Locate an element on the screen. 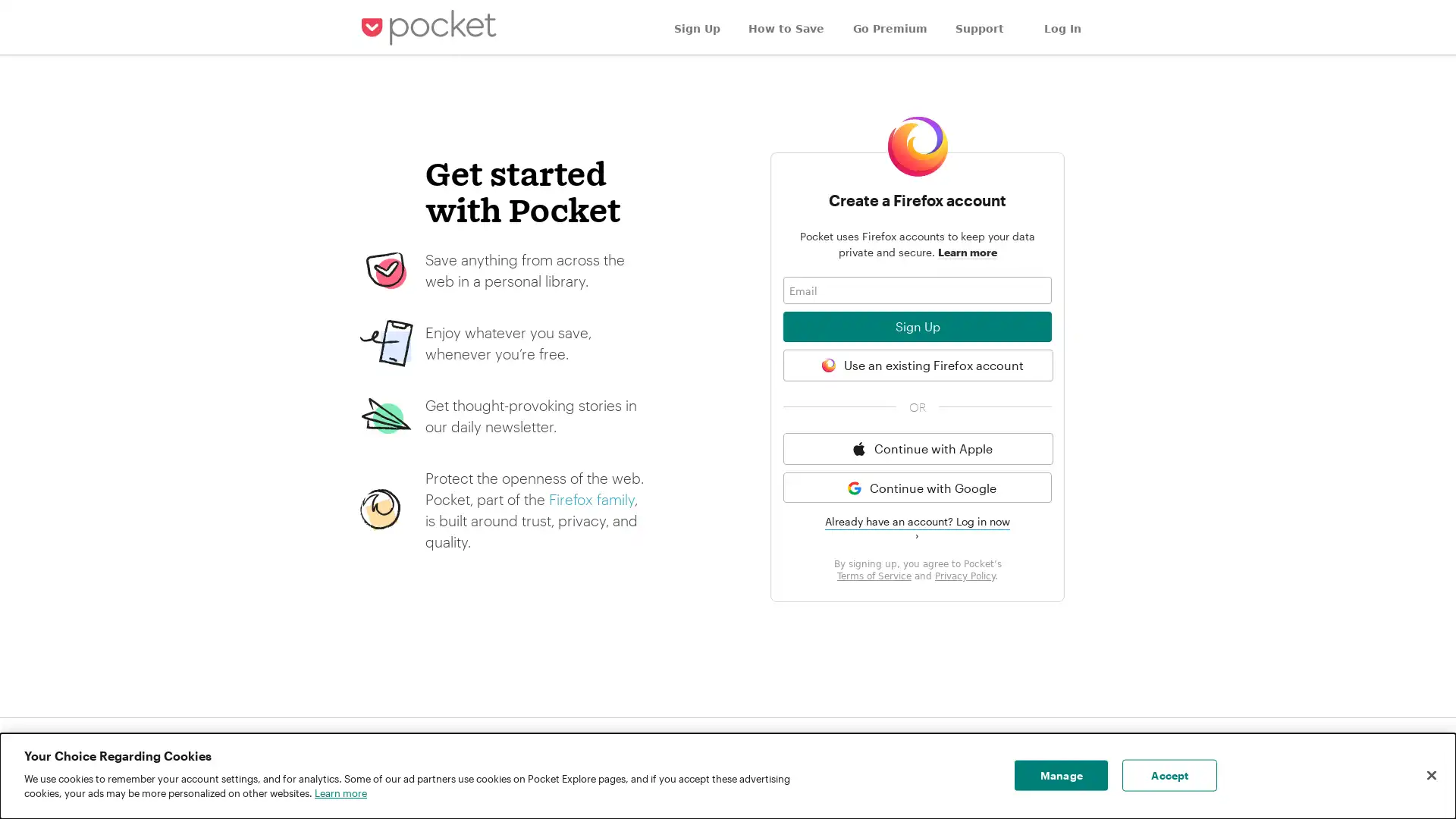 The width and height of the screenshot is (1456, 819). Accept is located at coordinates (1169, 775).